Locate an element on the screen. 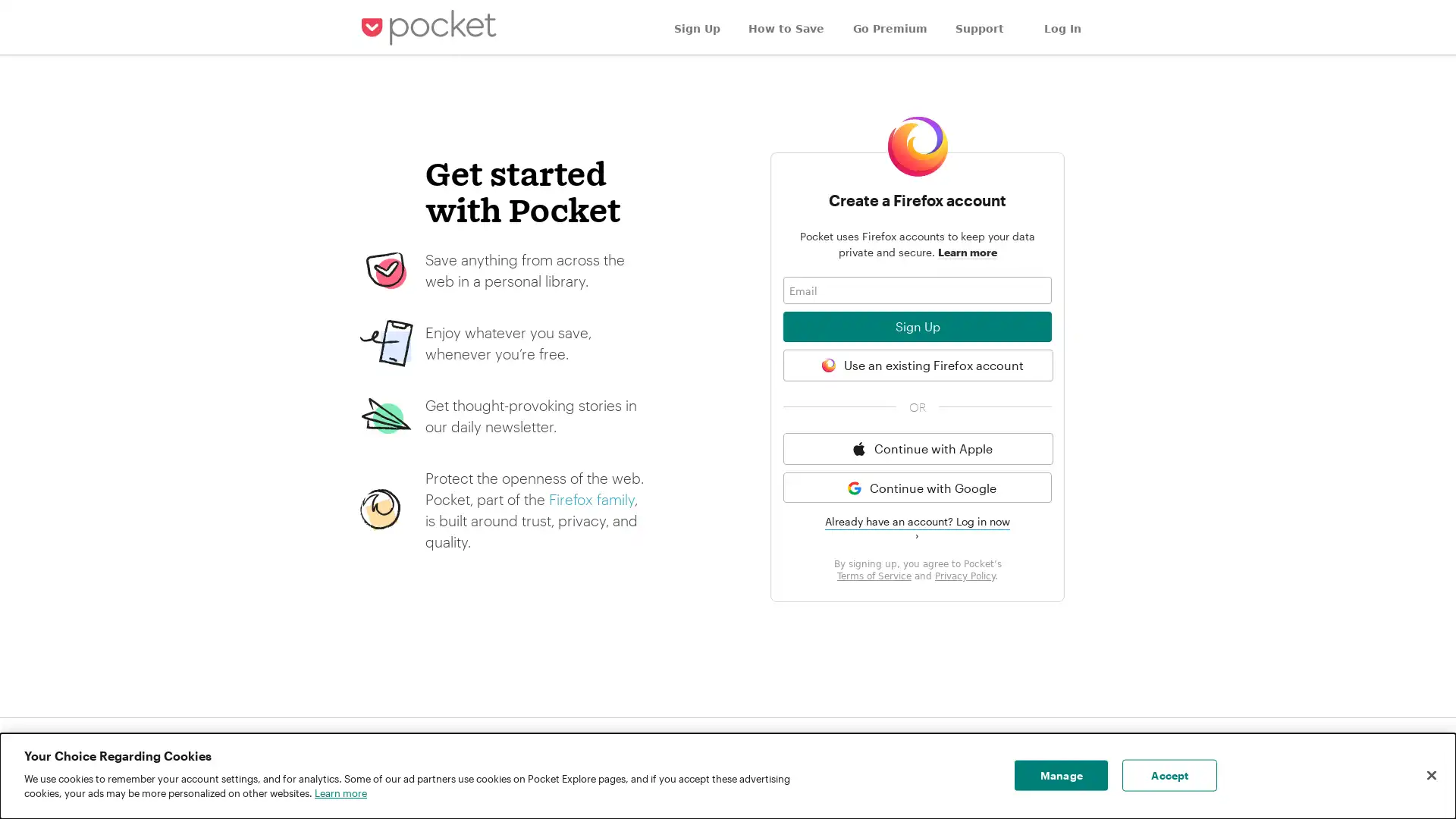 The width and height of the screenshot is (1456, 819). Accept is located at coordinates (1169, 775).